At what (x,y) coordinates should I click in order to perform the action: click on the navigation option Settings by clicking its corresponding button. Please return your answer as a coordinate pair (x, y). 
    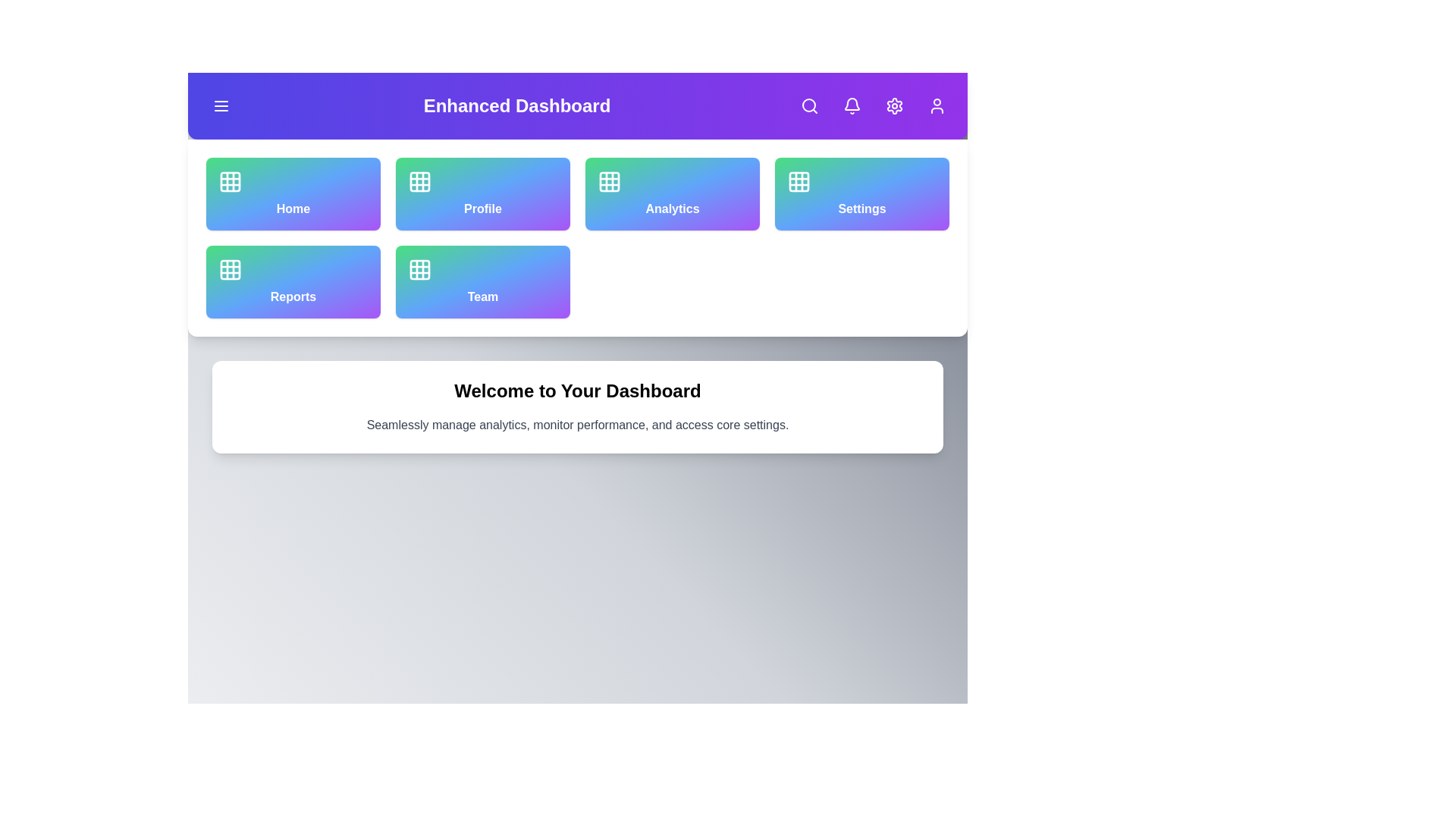
    Looking at the image, I should click on (862, 193).